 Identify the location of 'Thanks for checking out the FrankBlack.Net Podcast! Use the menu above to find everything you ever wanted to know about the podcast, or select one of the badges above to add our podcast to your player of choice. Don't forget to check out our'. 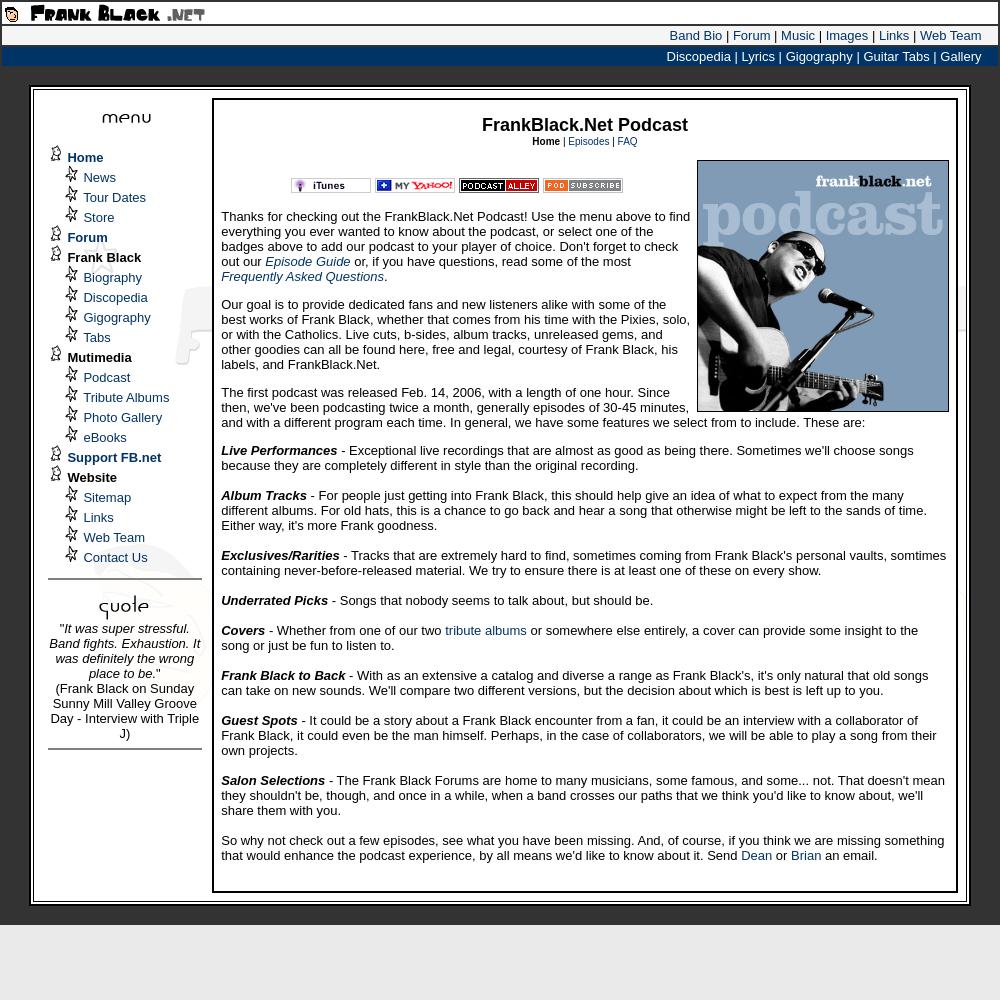
(454, 238).